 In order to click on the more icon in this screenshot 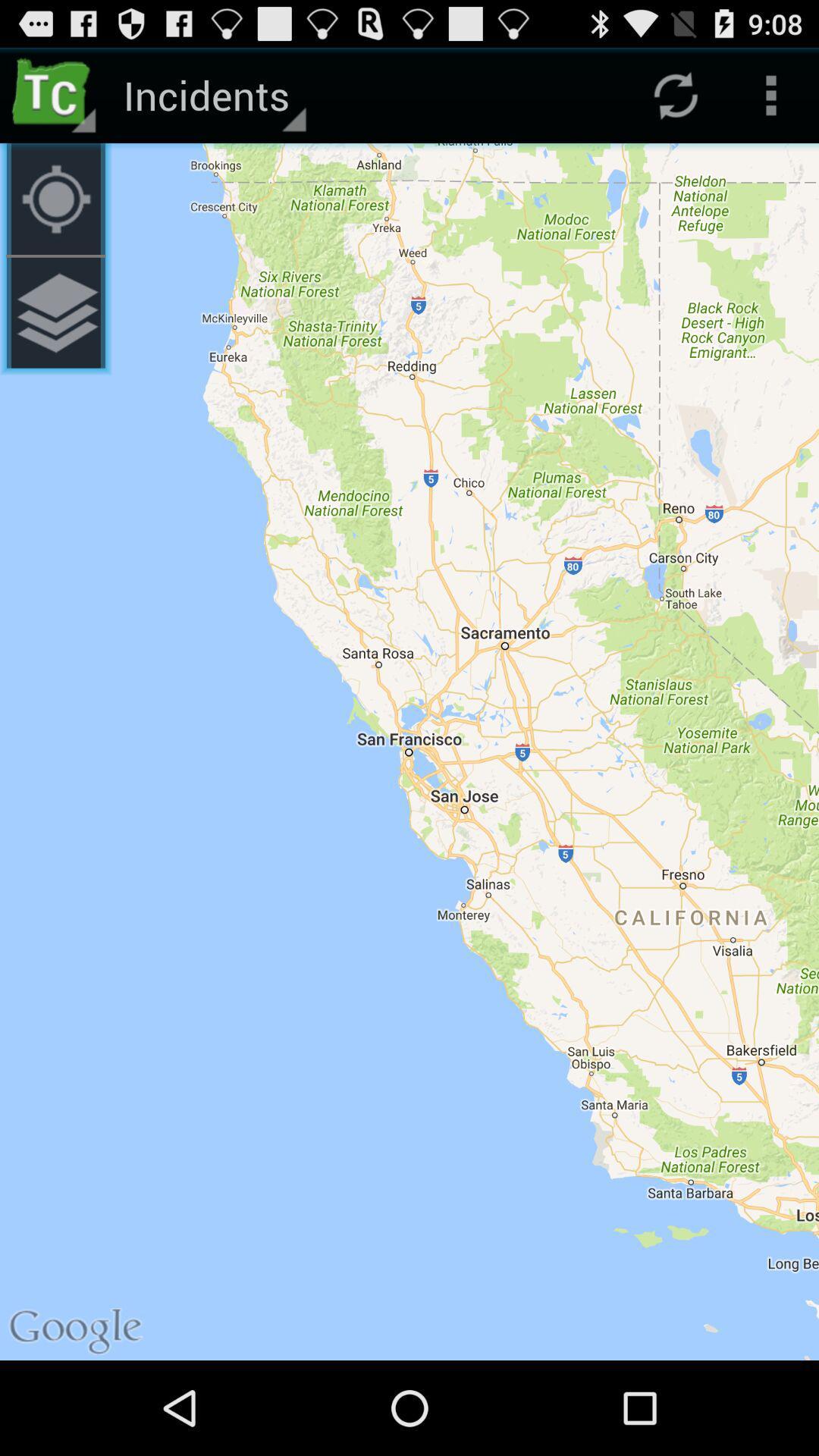, I will do `click(771, 101)`.